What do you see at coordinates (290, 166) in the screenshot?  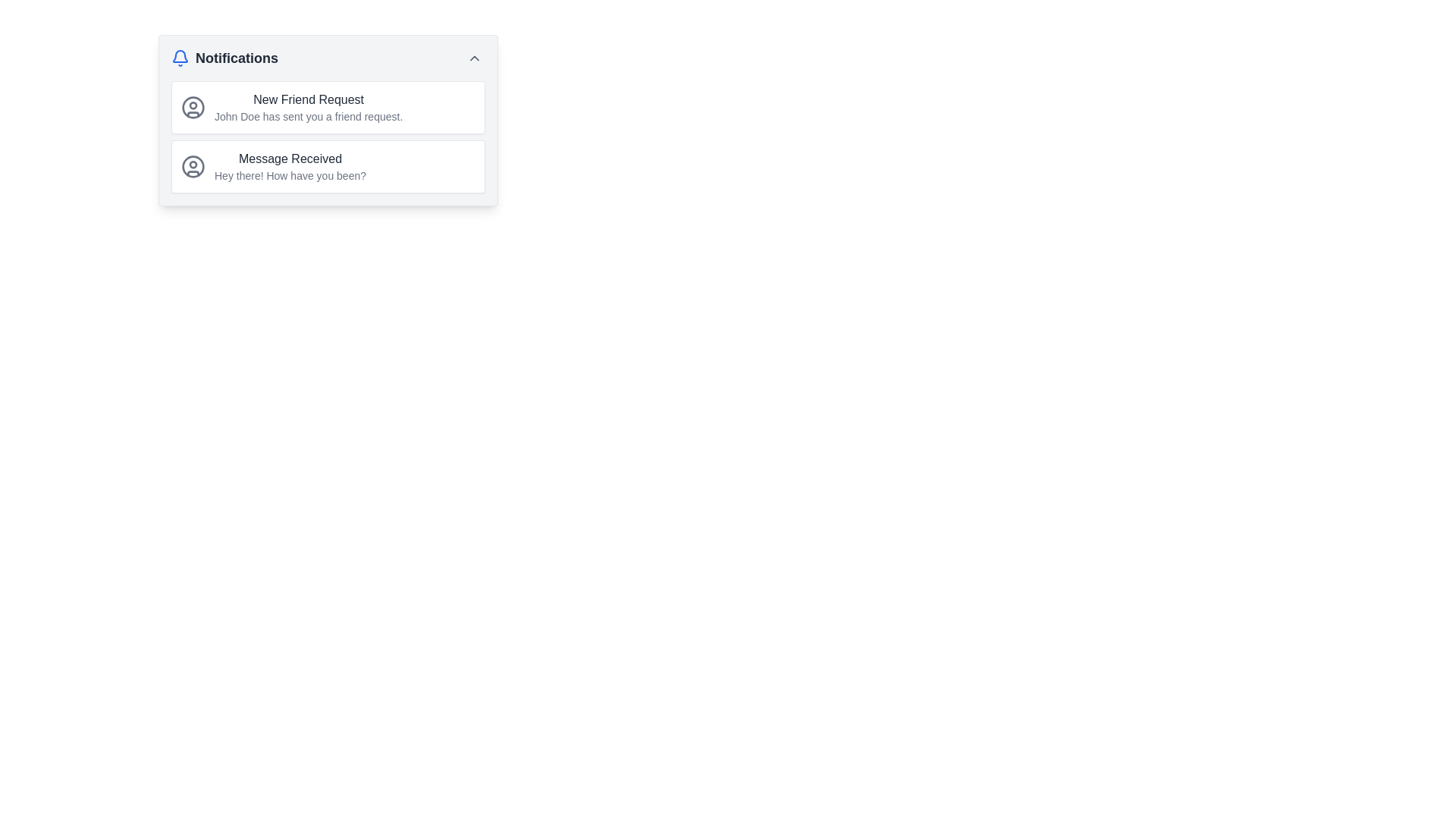 I see `the Text block that provides a message notification about a received message, located within the second notification entry under the 'Notifications' section` at bounding box center [290, 166].